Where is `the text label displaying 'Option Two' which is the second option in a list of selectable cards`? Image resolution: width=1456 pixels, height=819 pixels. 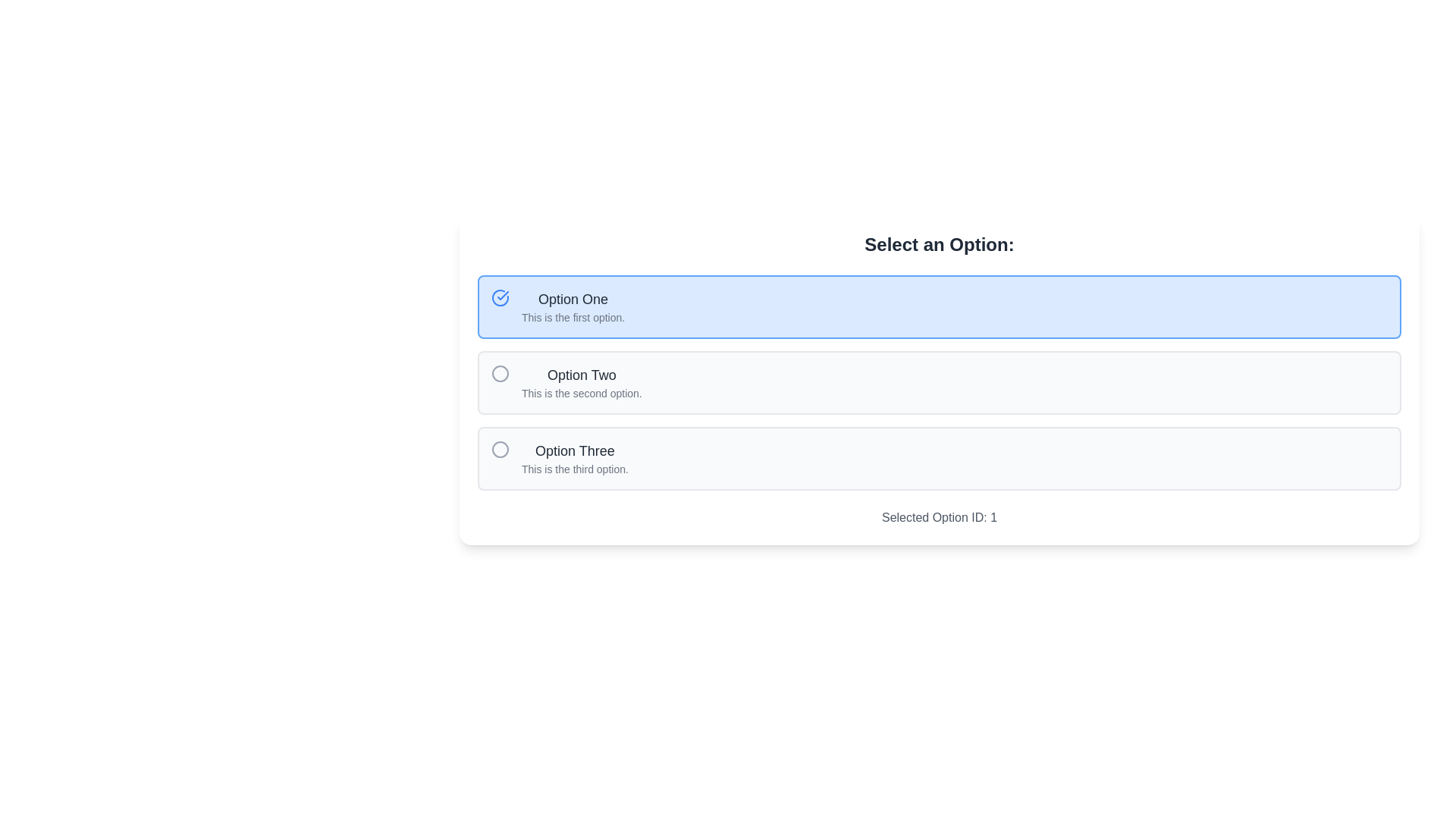 the text label displaying 'Option Two' which is the second option in a list of selectable cards is located at coordinates (581, 382).